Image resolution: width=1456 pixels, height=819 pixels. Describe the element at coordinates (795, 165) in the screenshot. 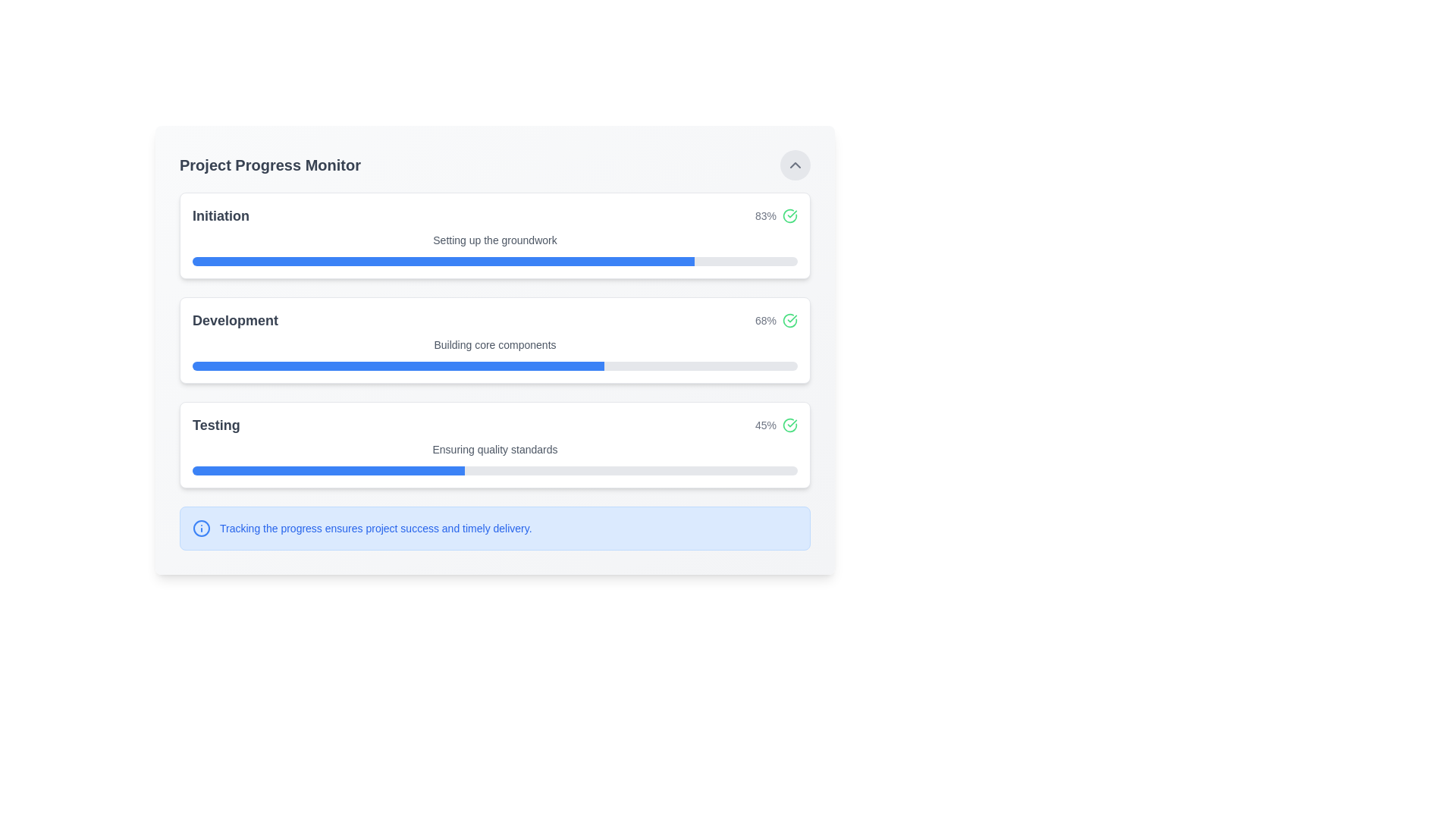

I see `the circular button with a gray background located in the top-right corner of the header section to minimize or collapse the progress tracker section below it` at that location.